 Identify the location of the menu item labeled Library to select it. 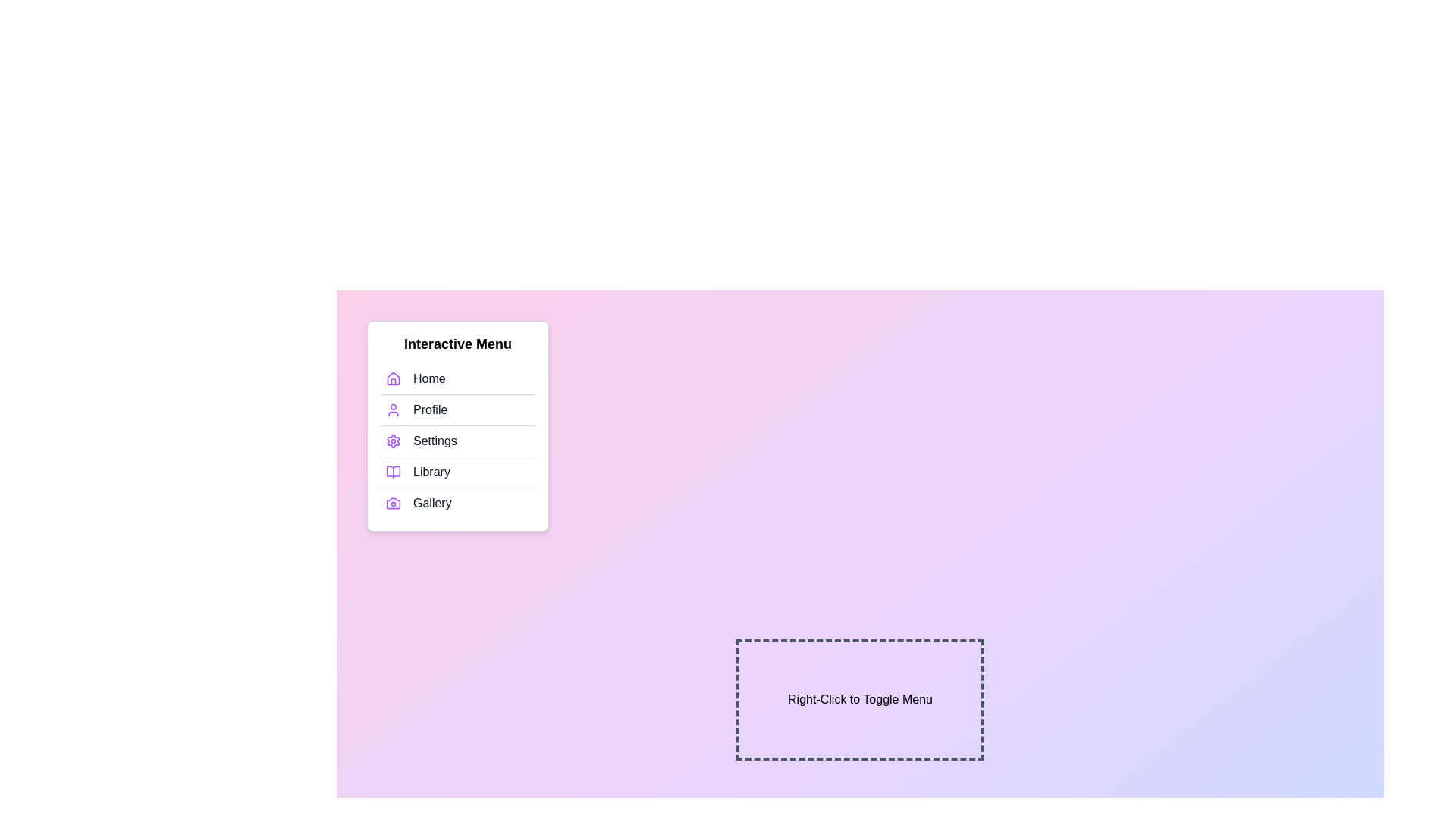
(457, 471).